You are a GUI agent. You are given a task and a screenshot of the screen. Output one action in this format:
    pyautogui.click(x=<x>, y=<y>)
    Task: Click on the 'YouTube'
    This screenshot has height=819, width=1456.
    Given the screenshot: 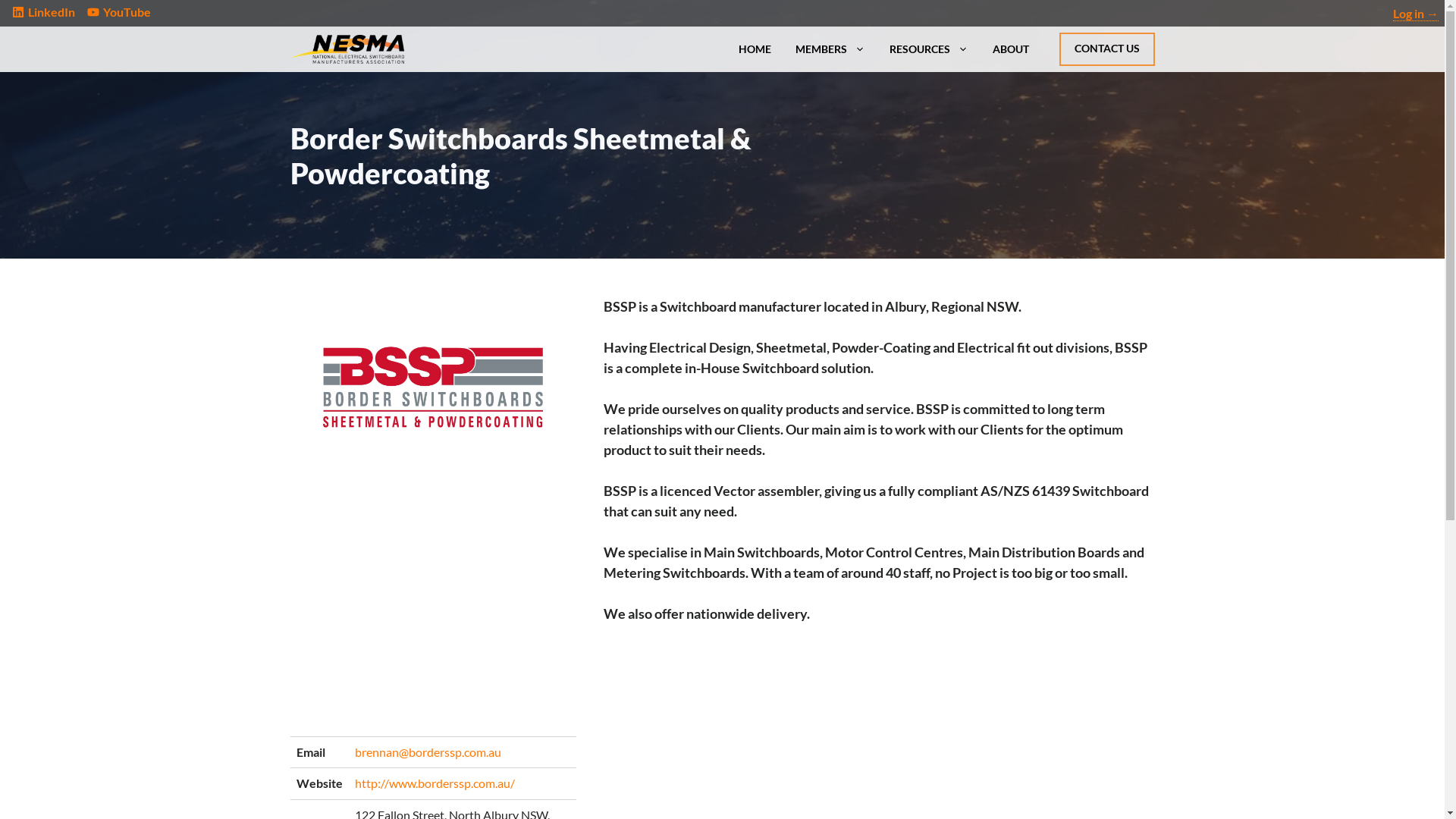 What is the action you would take?
    pyautogui.click(x=127, y=11)
    